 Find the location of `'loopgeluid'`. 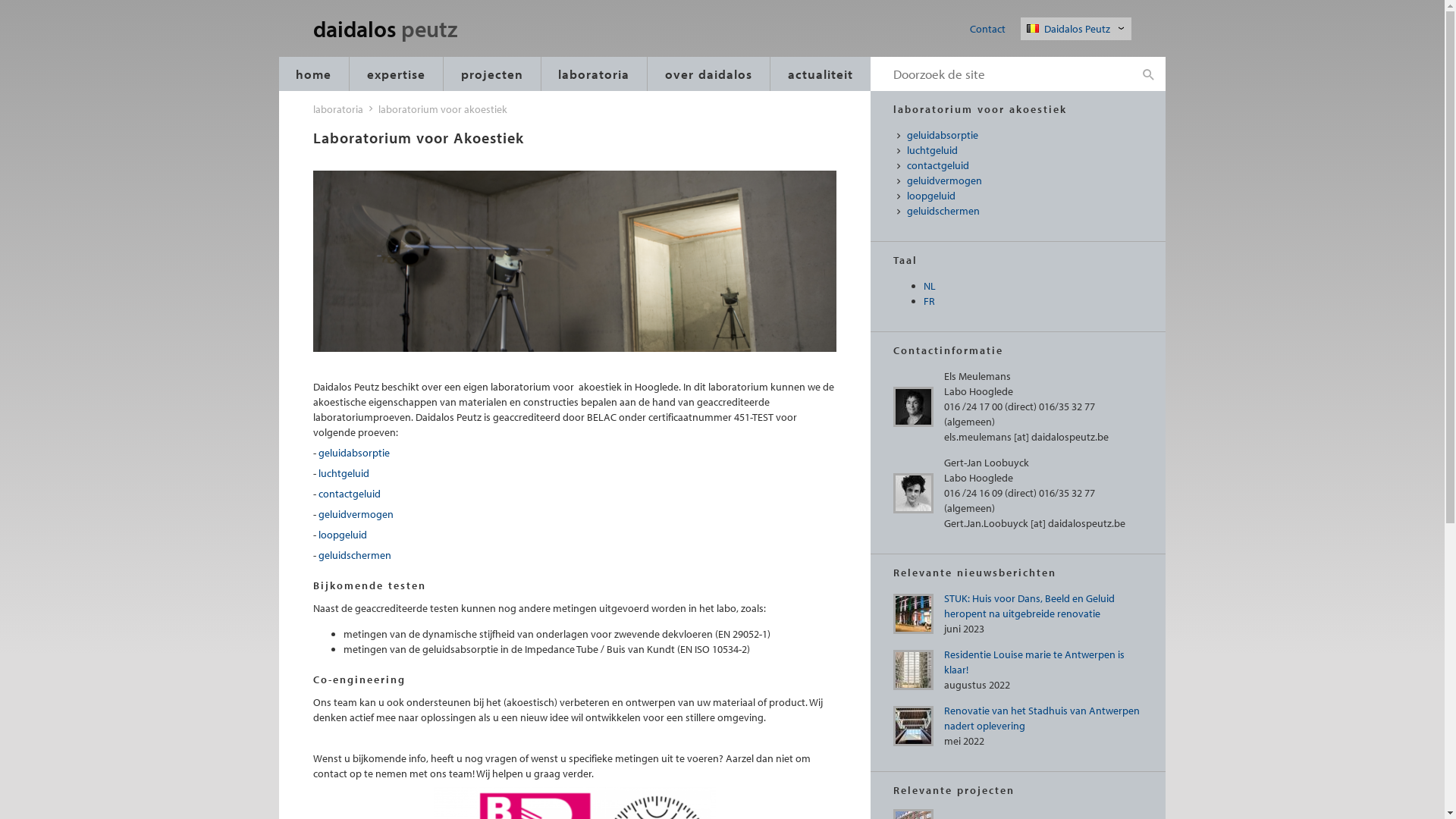

'loopgeluid' is located at coordinates (1025, 195).